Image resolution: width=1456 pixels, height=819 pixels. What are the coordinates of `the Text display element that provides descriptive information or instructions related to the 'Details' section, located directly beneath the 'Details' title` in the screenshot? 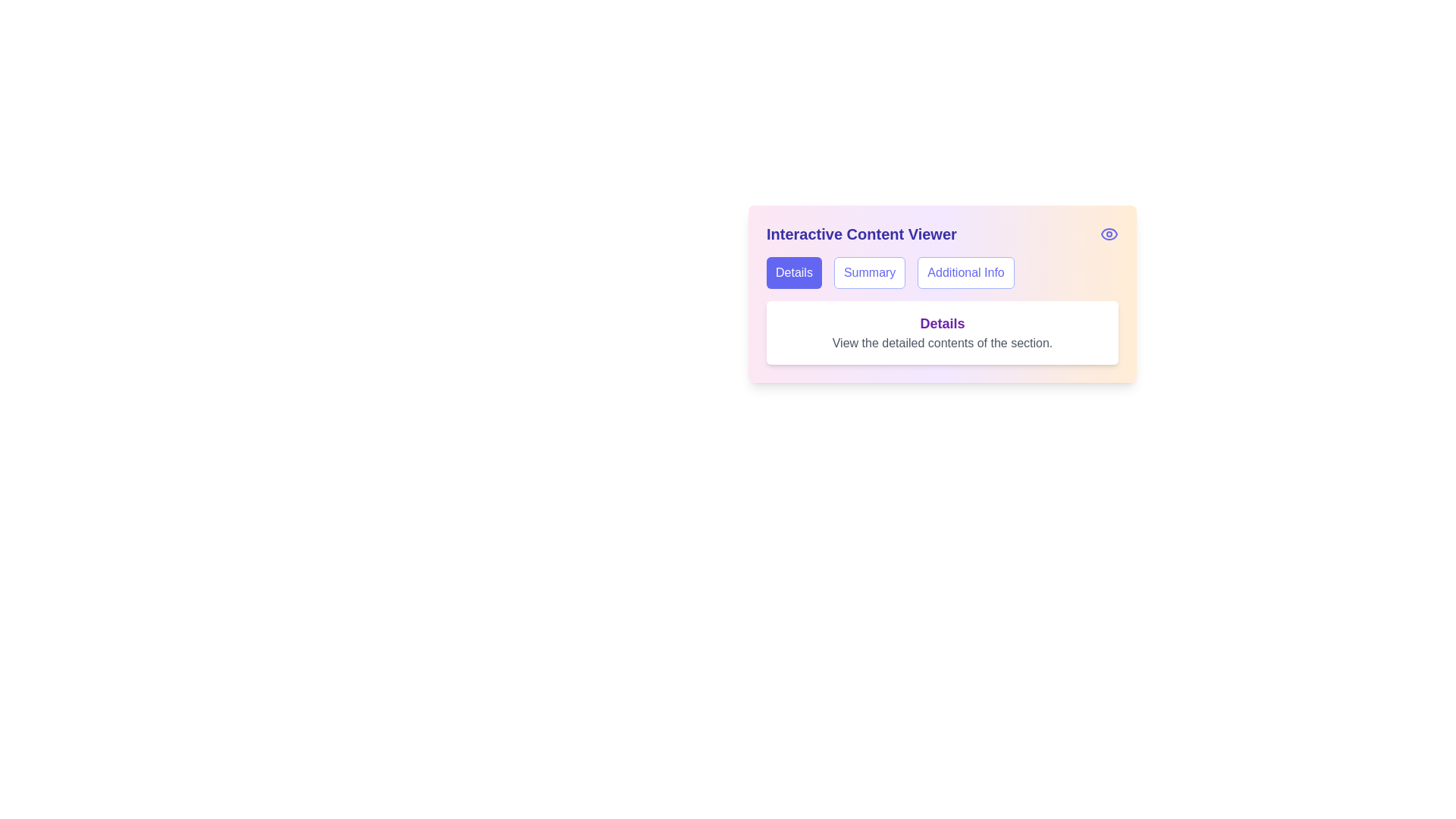 It's located at (942, 343).